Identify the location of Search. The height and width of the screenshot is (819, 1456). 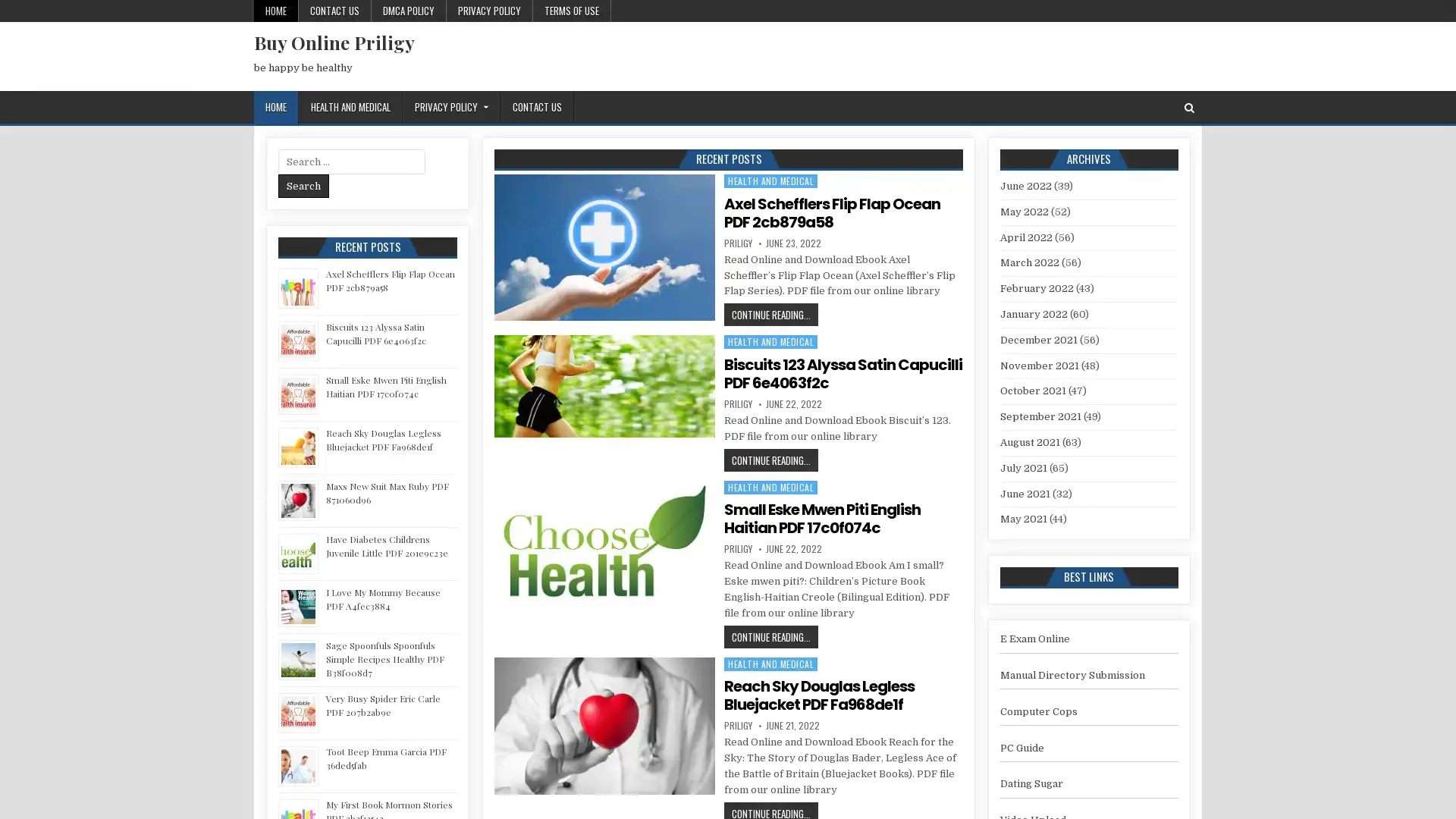
(303, 185).